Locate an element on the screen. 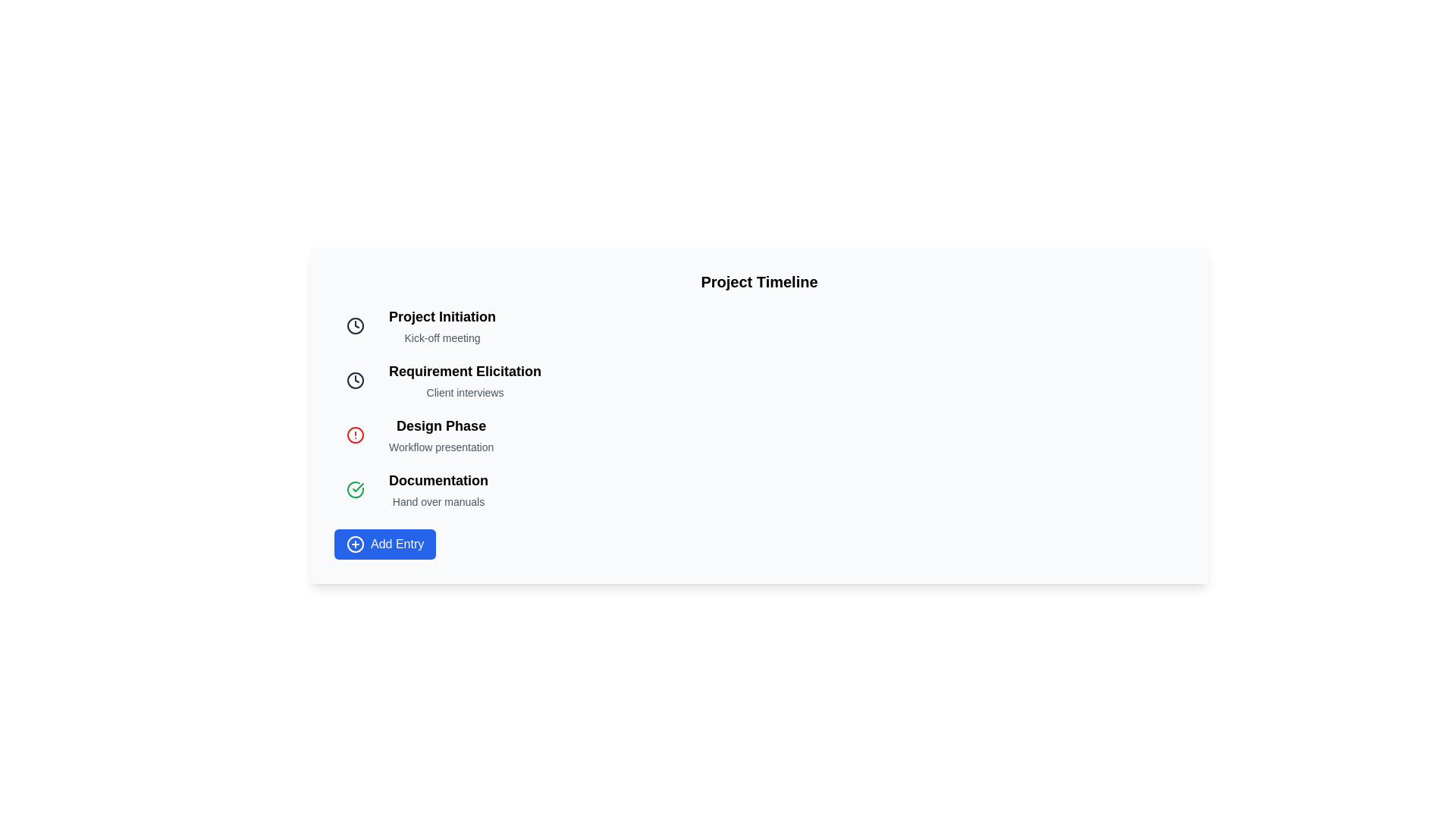 Image resolution: width=1456 pixels, height=819 pixels. the 'Project Initiation' text label, which is the first item in the list under 'Project Timeline' and is next to a clock icon is located at coordinates (441, 325).